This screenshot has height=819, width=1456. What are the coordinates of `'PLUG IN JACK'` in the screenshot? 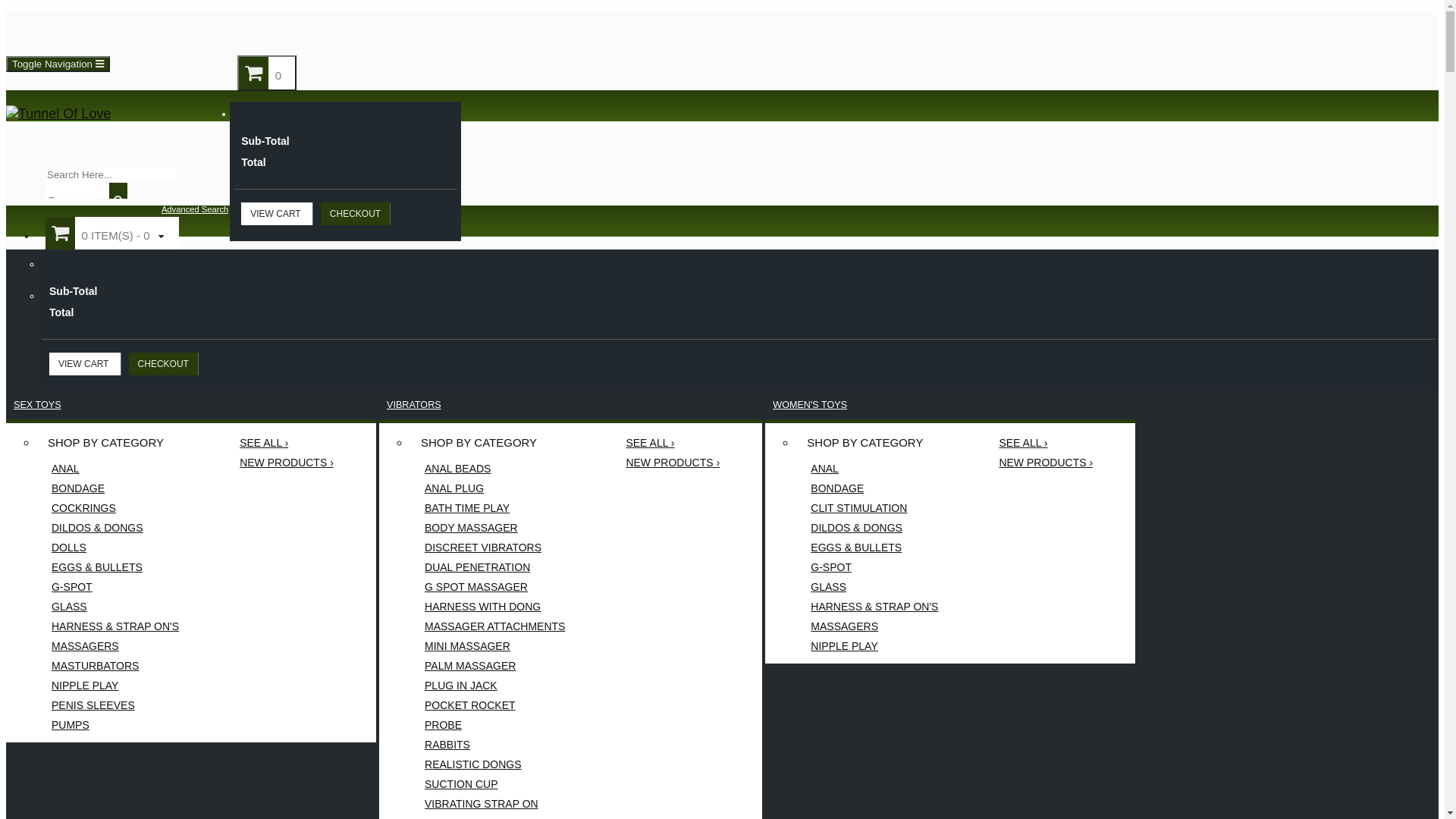 It's located at (494, 685).